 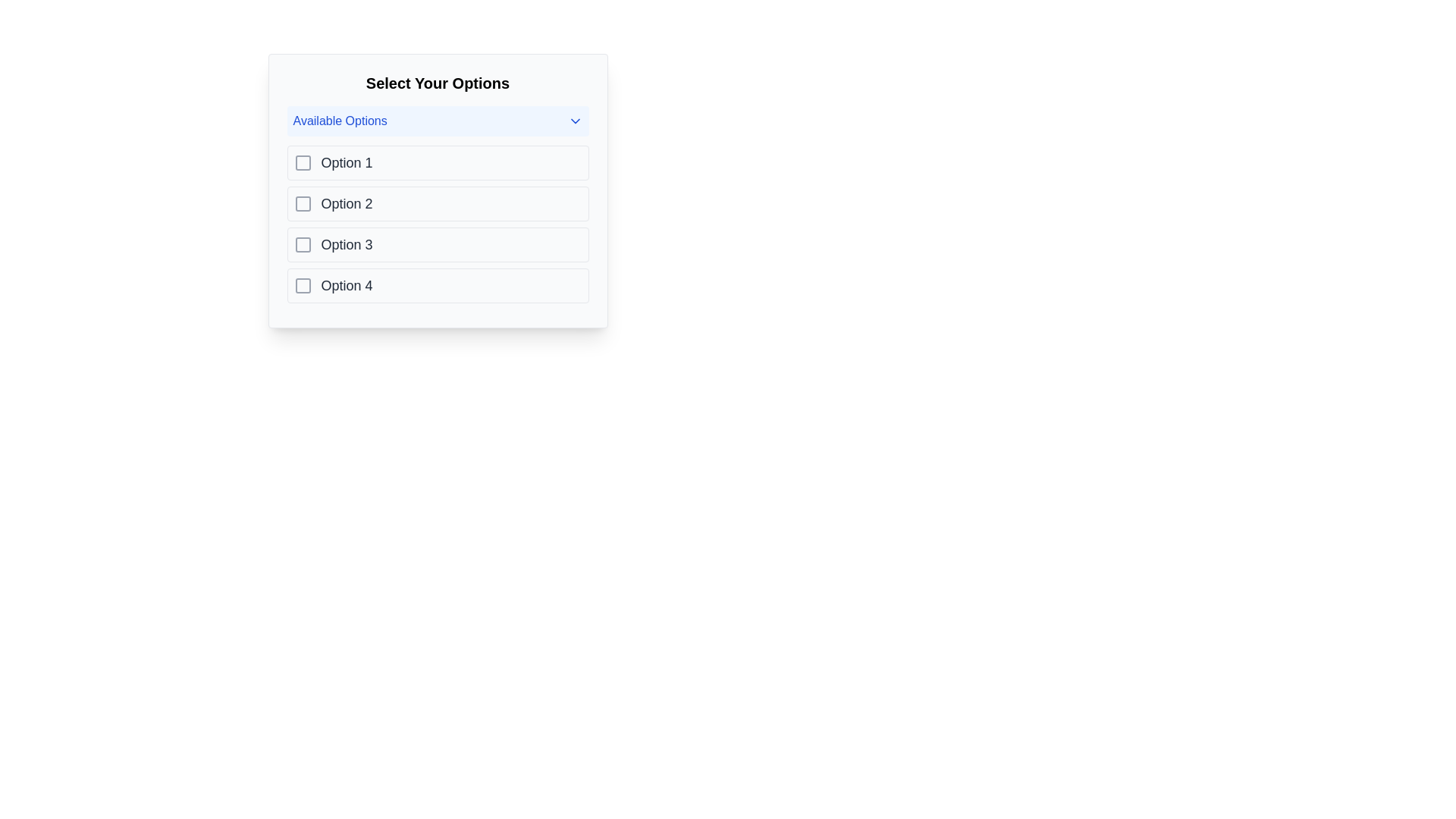 I want to click on the Text label for the selectable item in the 'Select Your Options' panel, which is positioned fourth in the list, adjacent to a checkbox, so click(x=346, y=286).